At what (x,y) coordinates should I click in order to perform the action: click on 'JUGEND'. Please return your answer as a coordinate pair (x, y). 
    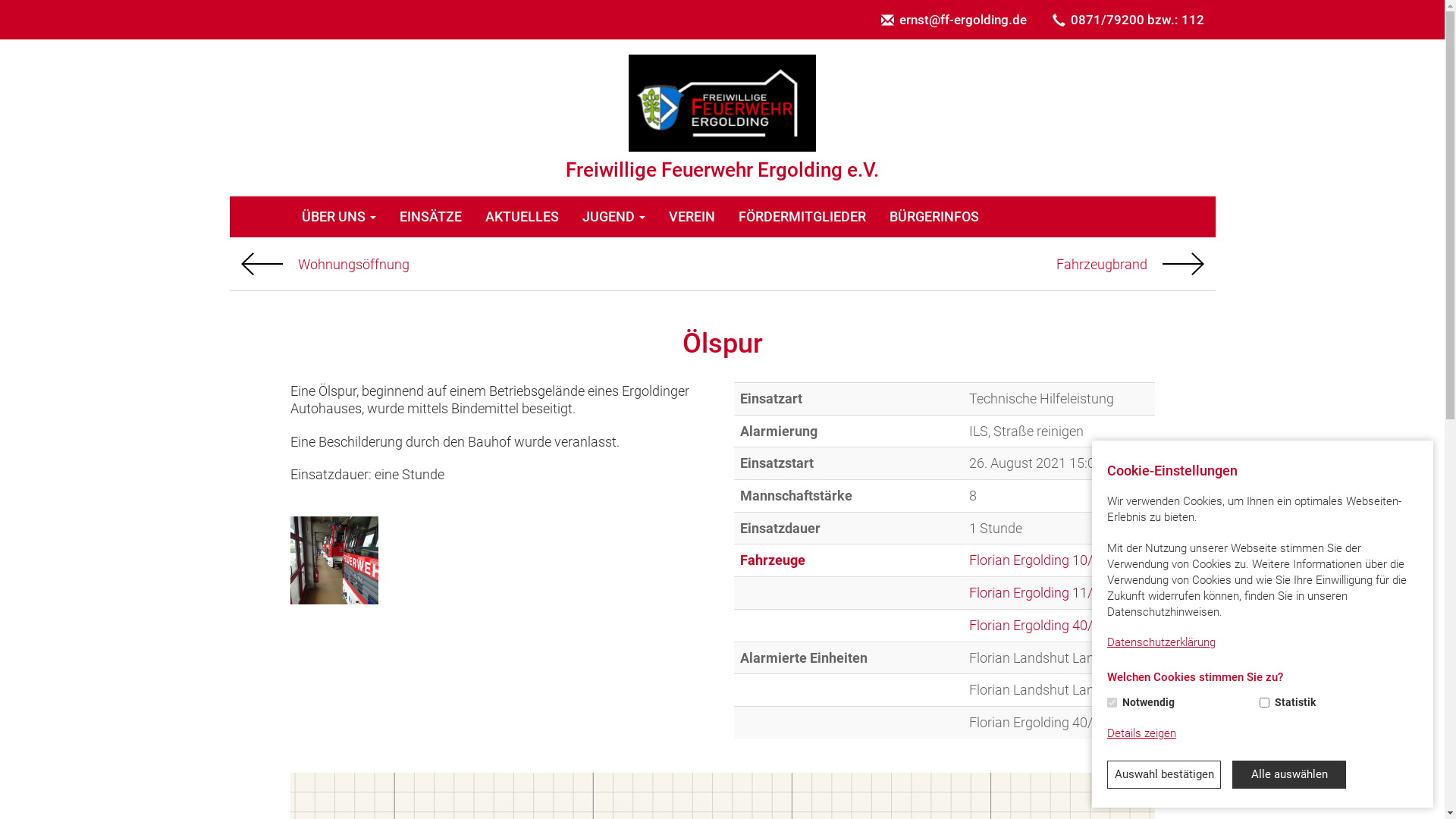
    Looking at the image, I should click on (613, 216).